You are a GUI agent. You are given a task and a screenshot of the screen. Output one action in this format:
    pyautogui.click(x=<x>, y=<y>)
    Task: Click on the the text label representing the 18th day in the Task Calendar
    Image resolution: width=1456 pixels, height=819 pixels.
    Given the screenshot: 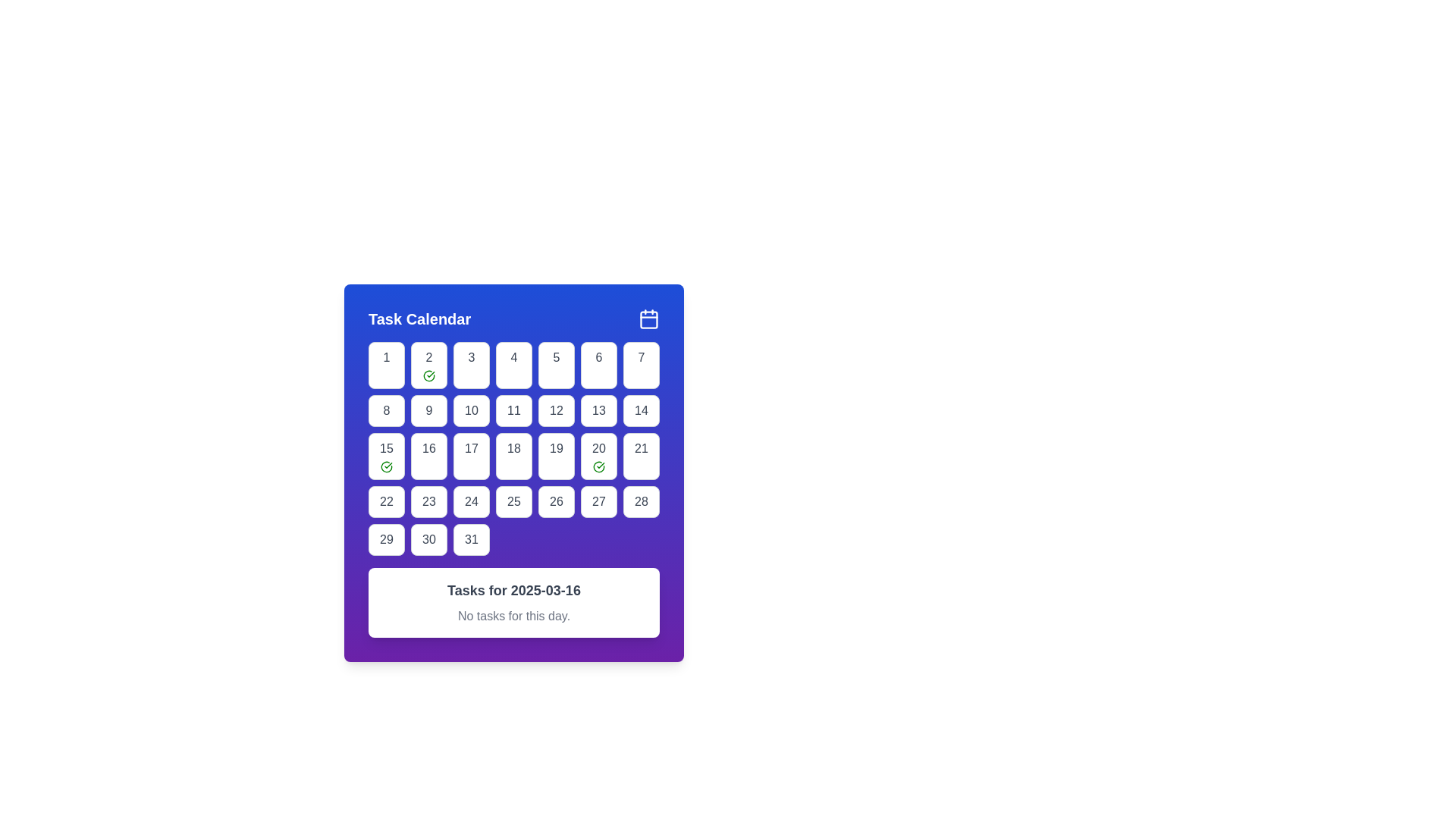 What is the action you would take?
    pyautogui.click(x=513, y=447)
    